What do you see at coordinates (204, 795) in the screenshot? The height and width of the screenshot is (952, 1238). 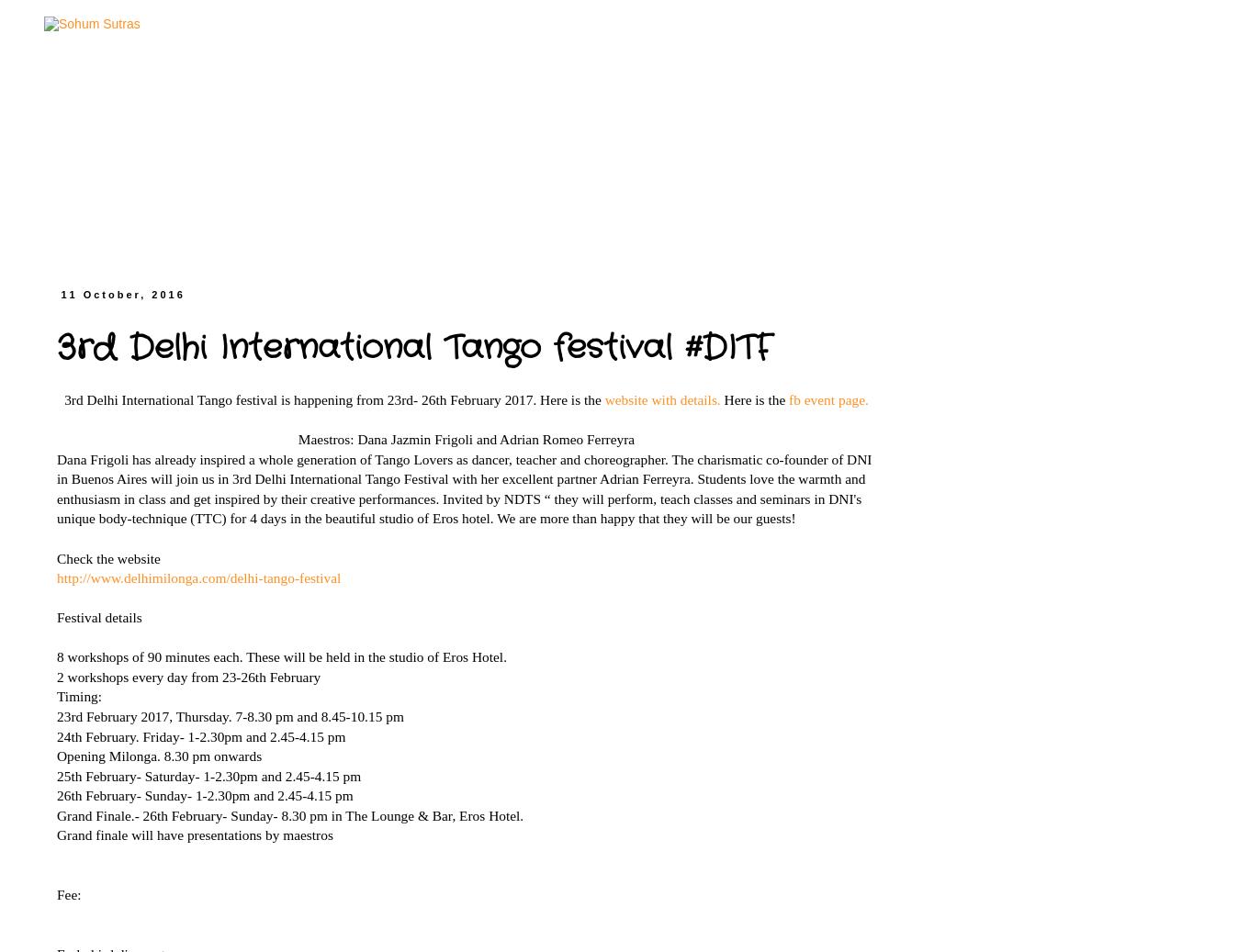 I see `'26th February- Sunday- 1-2.30pm and 2.45-4.15 pm'` at bounding box center [204, 795].